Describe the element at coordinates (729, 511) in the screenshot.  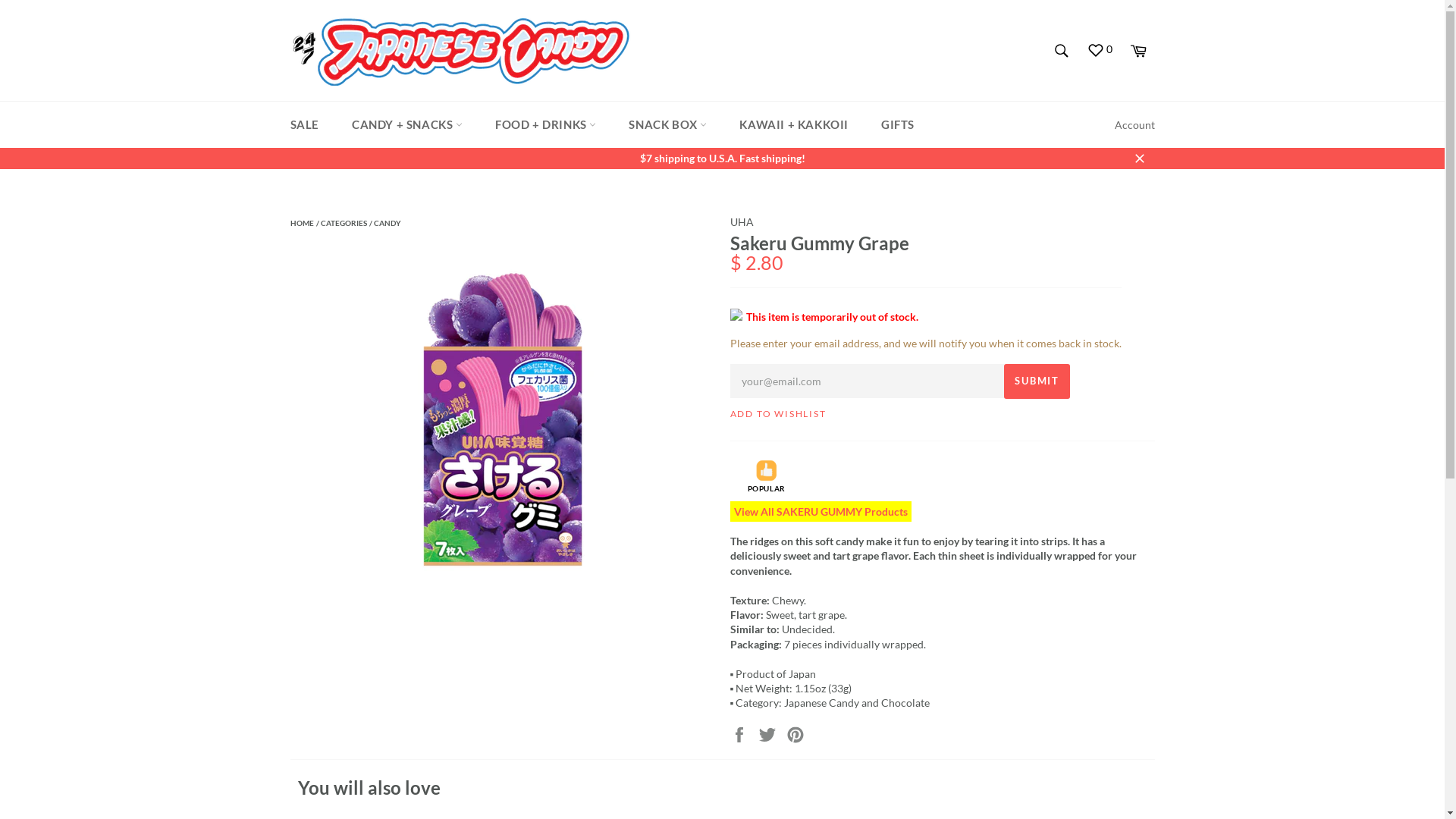
I see `'View All SAKERU GUMMY Products'` at that location.